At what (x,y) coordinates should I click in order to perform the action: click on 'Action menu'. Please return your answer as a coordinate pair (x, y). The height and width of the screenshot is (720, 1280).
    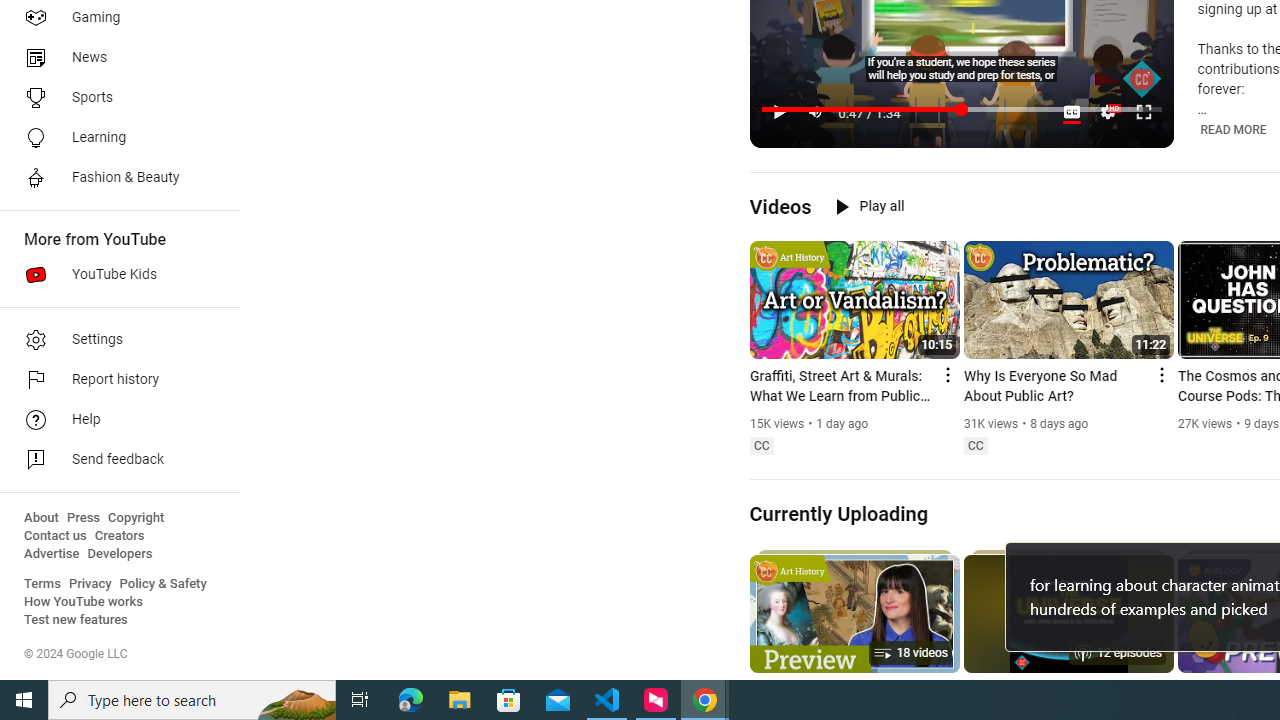
    Looking at the image, I should click on (1160, 375).